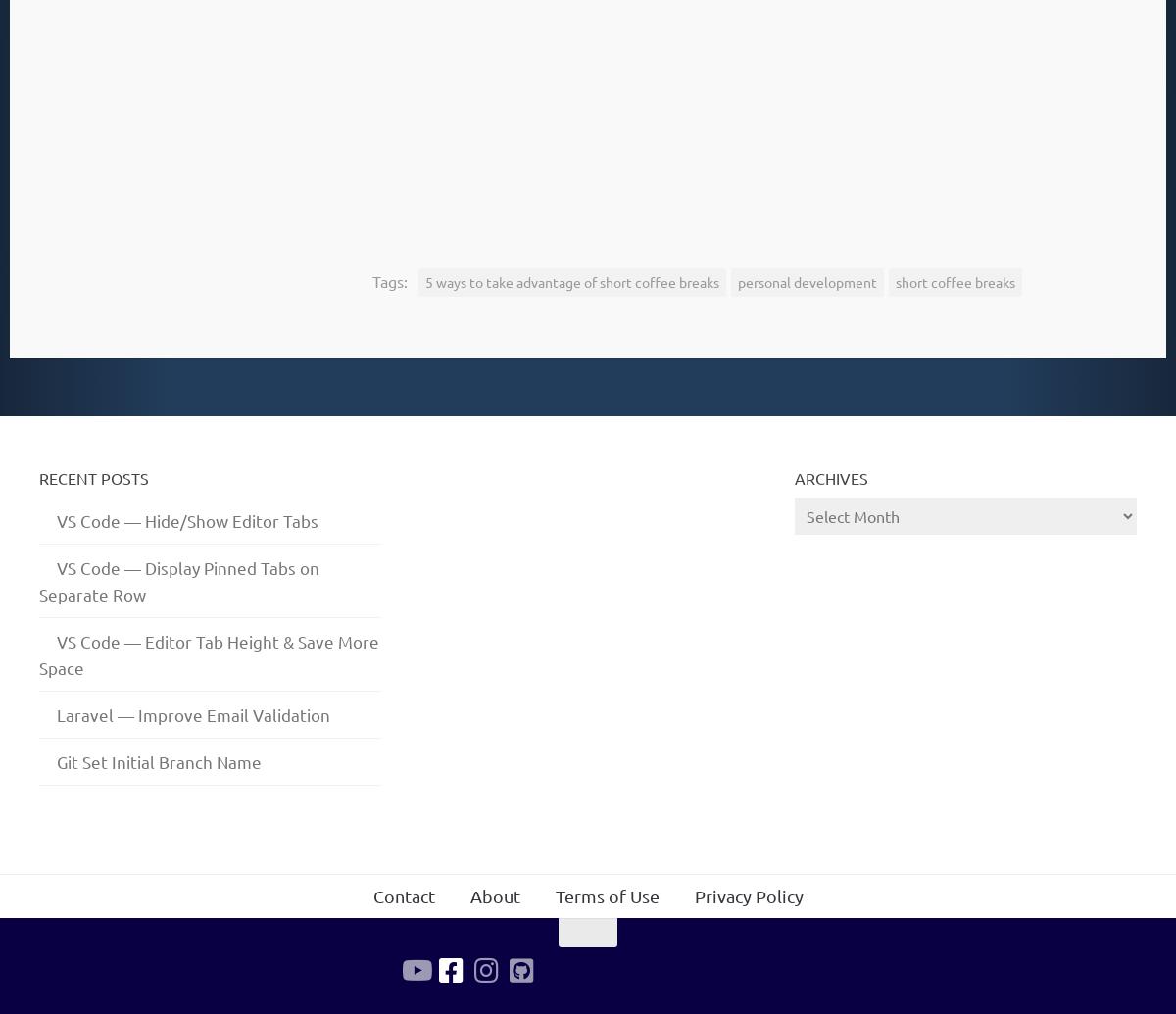 This screenshot has width=1176, height=1014. Describe the element at coordinates (694, 894) in the screenshot. I see `'Privacy Policy'` at that location.